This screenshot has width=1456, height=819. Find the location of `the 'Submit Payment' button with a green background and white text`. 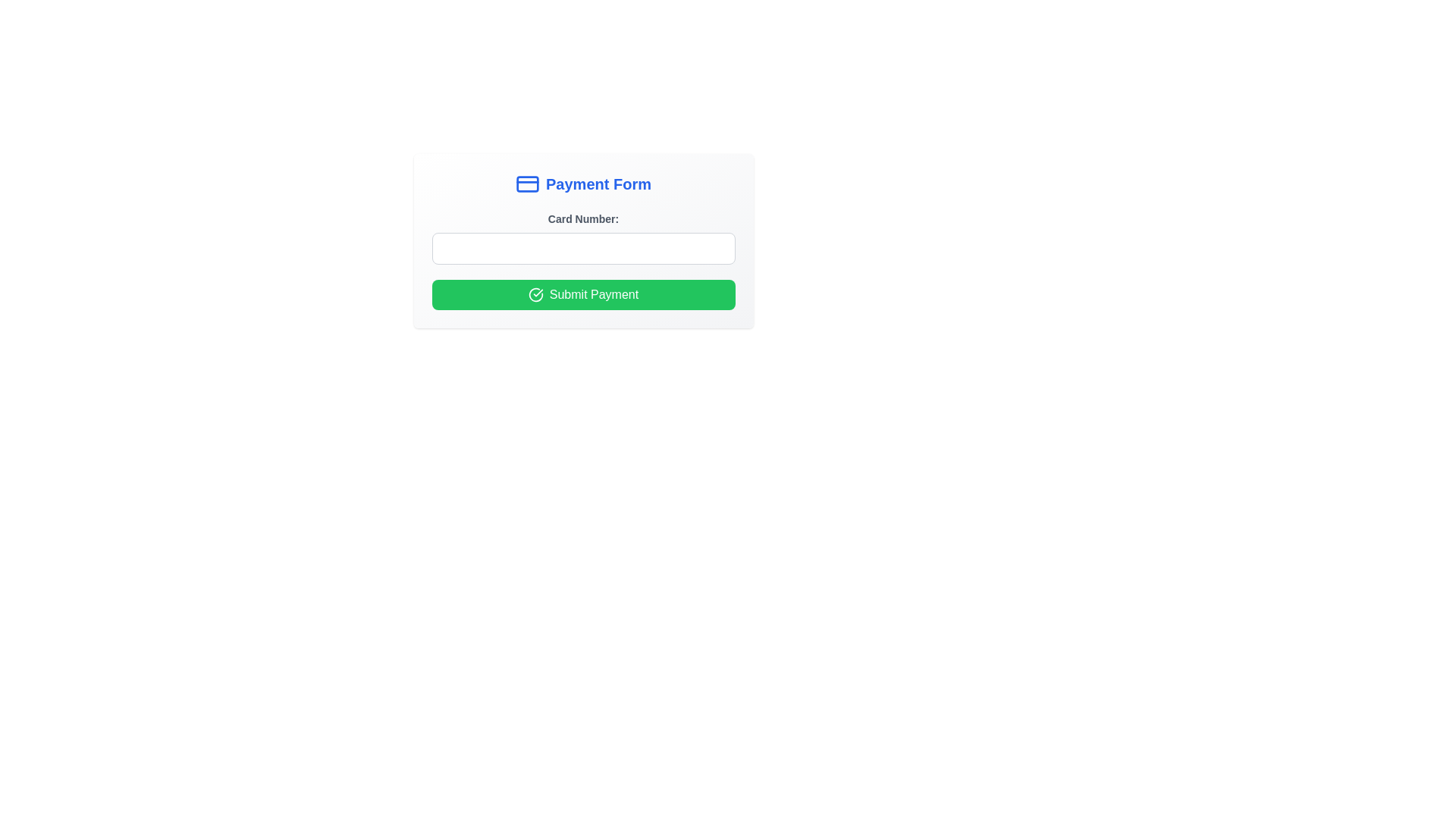

the 'Submit Payment' button with a green background and white text is located at coordinates (582, 295).